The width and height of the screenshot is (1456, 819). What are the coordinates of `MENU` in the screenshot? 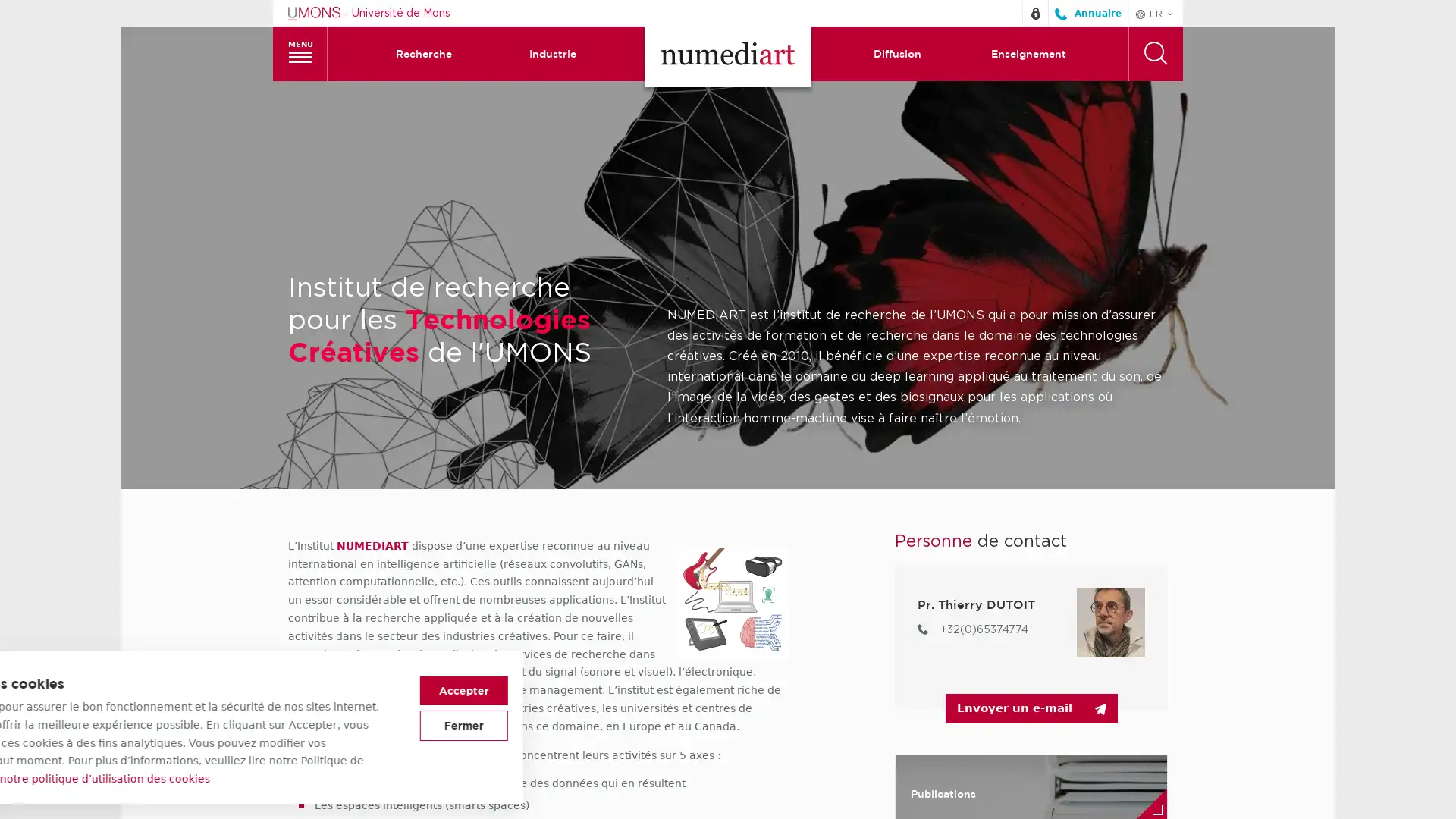 It's located at (300, 52).